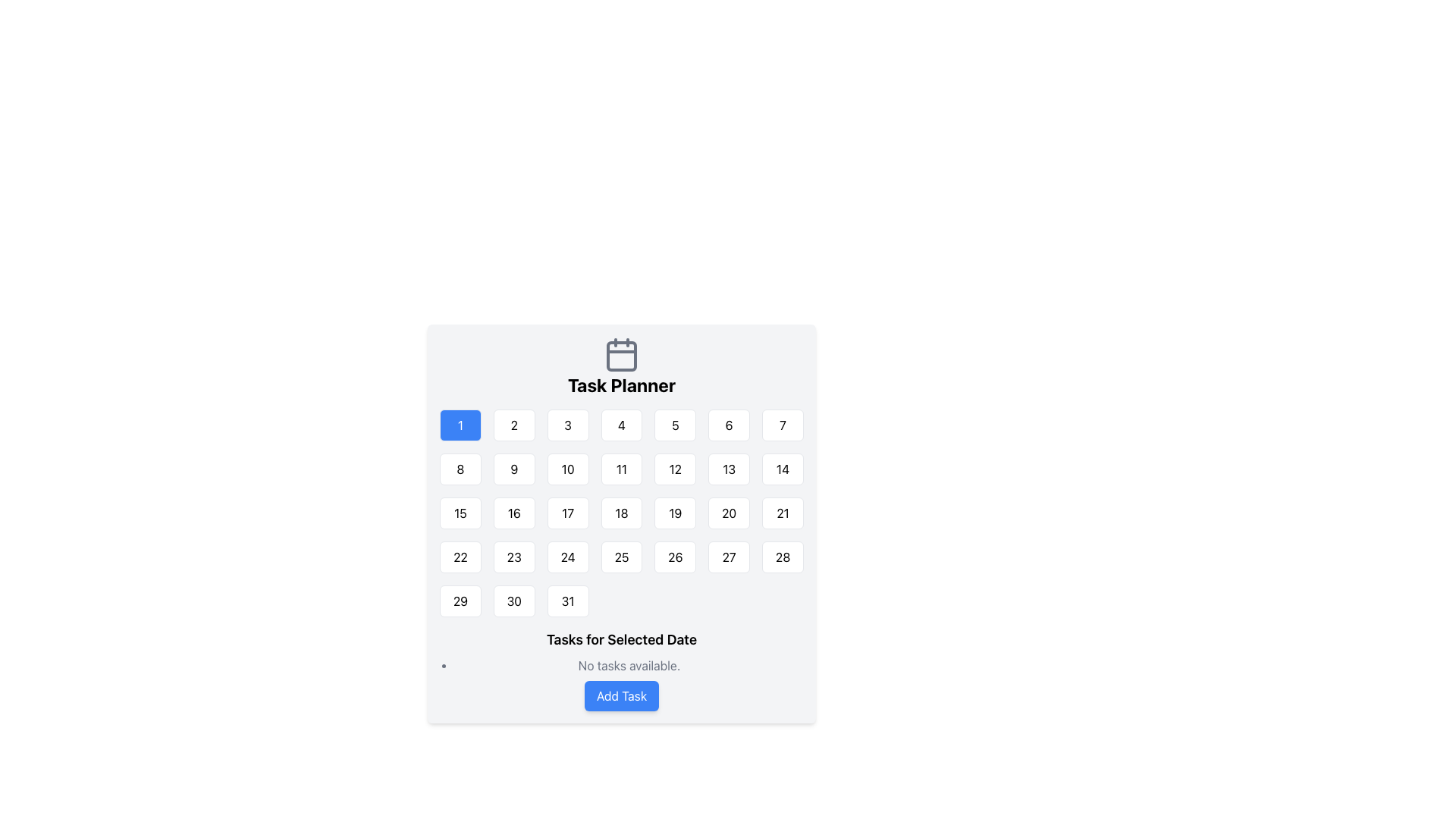 The image size is (1456, 819). Describe the element at coordinates (629, 665) in the screenshot. I see `the 'No Tasks' text label that informs users about the absence of tasks for the selected date in the task planner, located between the calendar grid and the 'Add Task' button` at that location.